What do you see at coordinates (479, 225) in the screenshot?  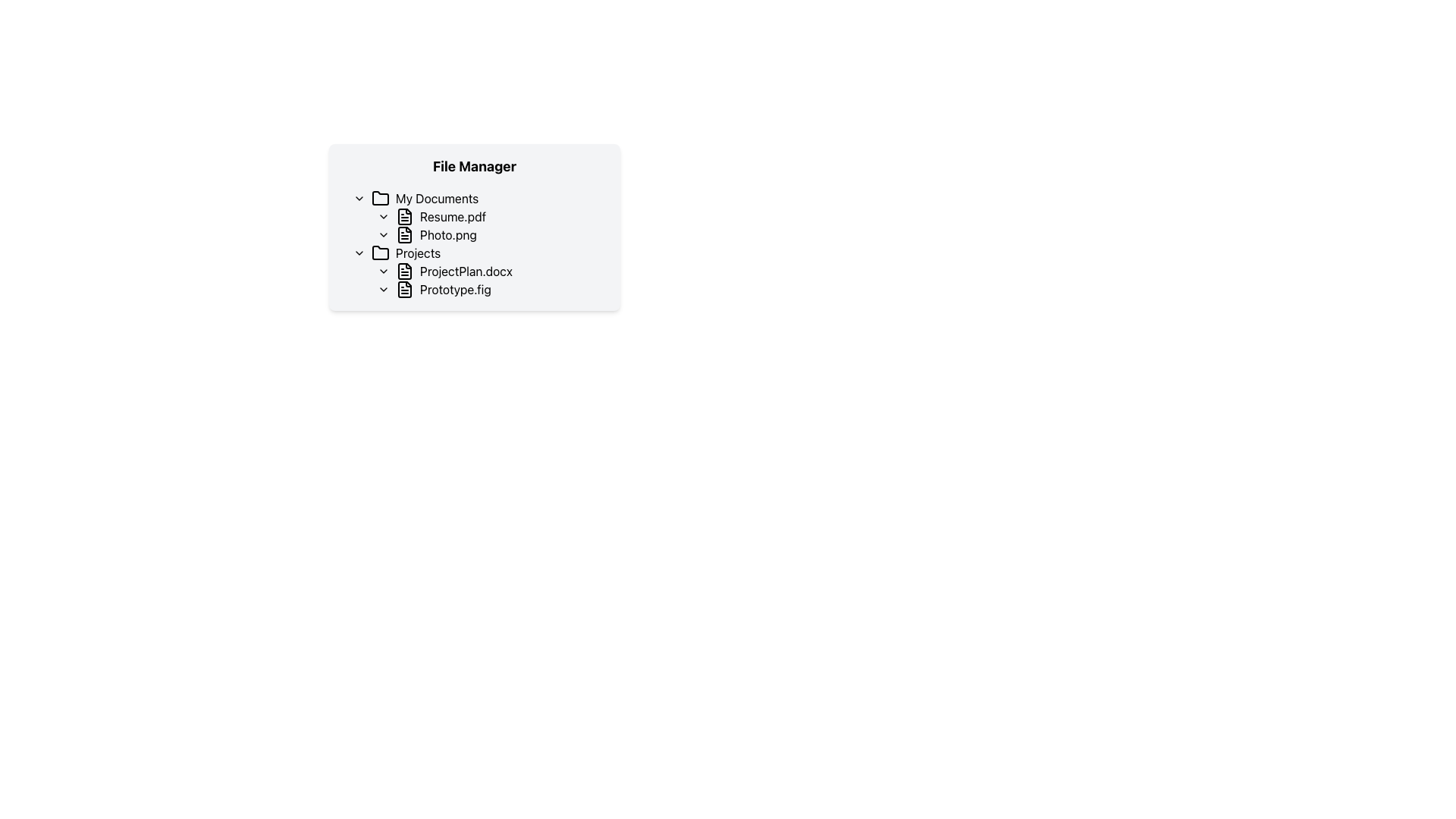 I see `the text display representing filenames in the 'My Documents' folder` at bounding box center [479, 225].